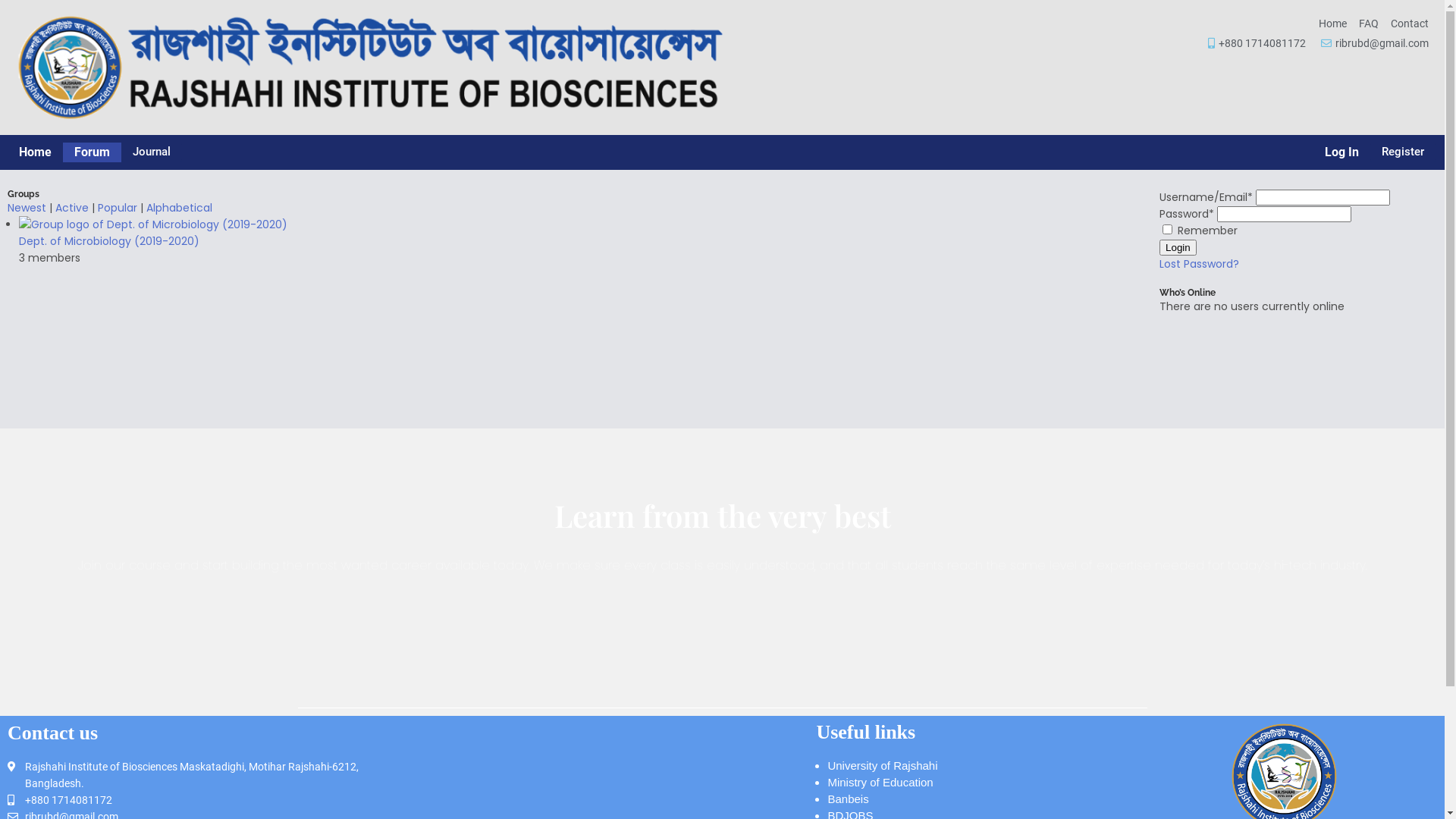  I want to click on 'Home', so click(1332, 23).